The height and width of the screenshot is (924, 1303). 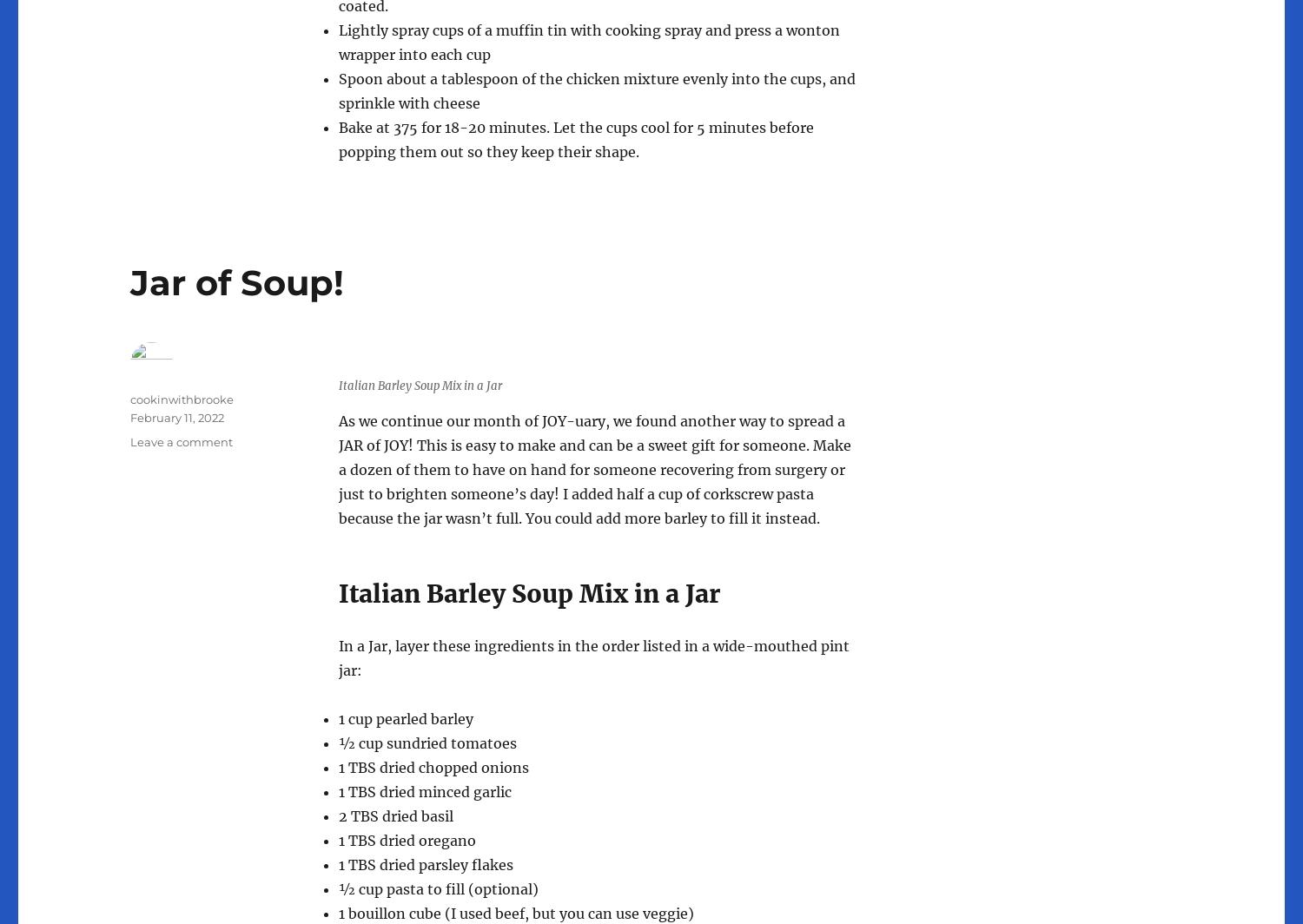 What do you see at coordinates (439, 888) in the screenshot?
I see `'½ cup pasta to fill (optional)'` at bounding box center [439, 888].